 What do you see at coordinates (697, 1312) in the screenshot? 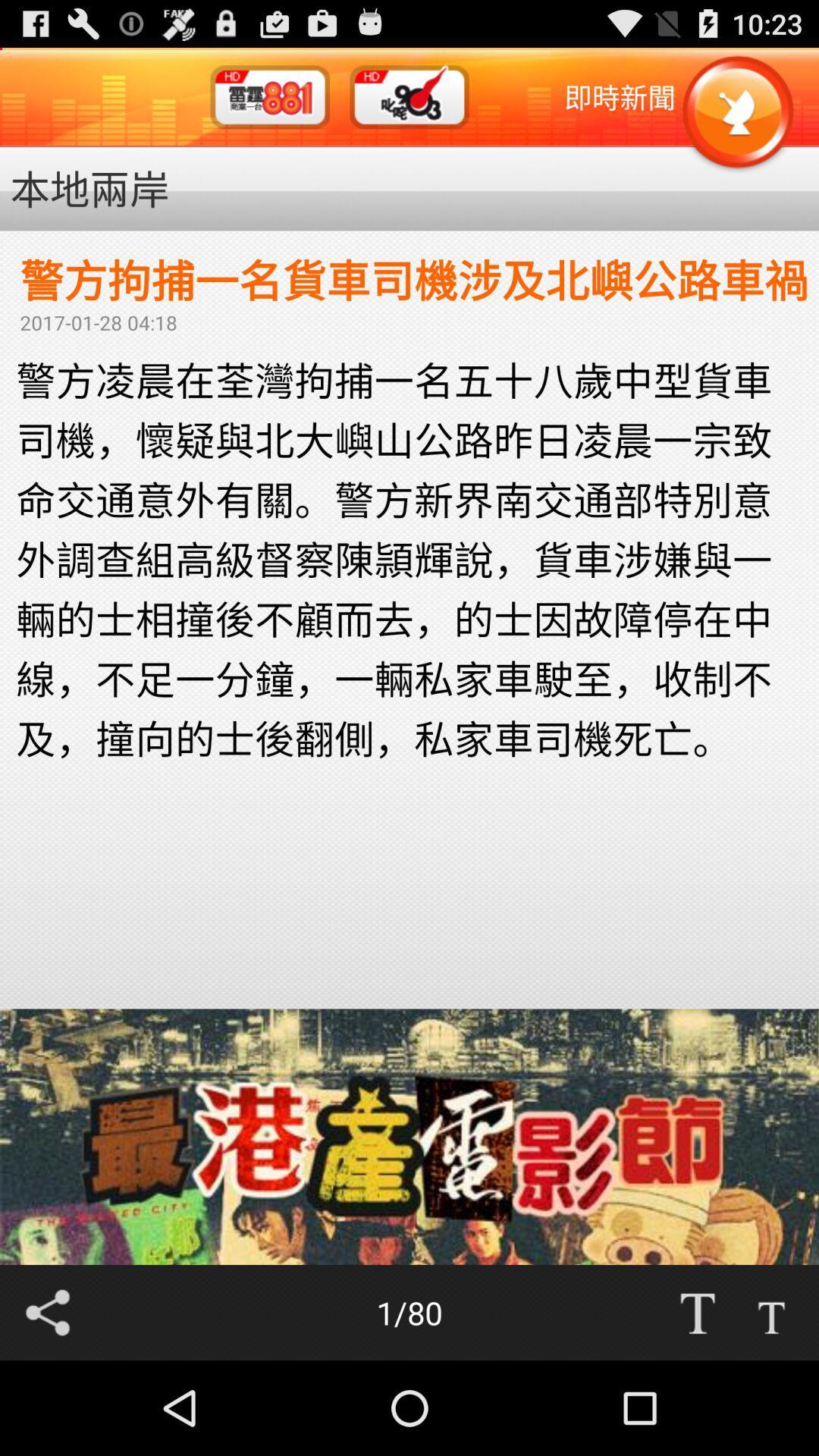
I see `text case` at bounding box center [697, 1312].